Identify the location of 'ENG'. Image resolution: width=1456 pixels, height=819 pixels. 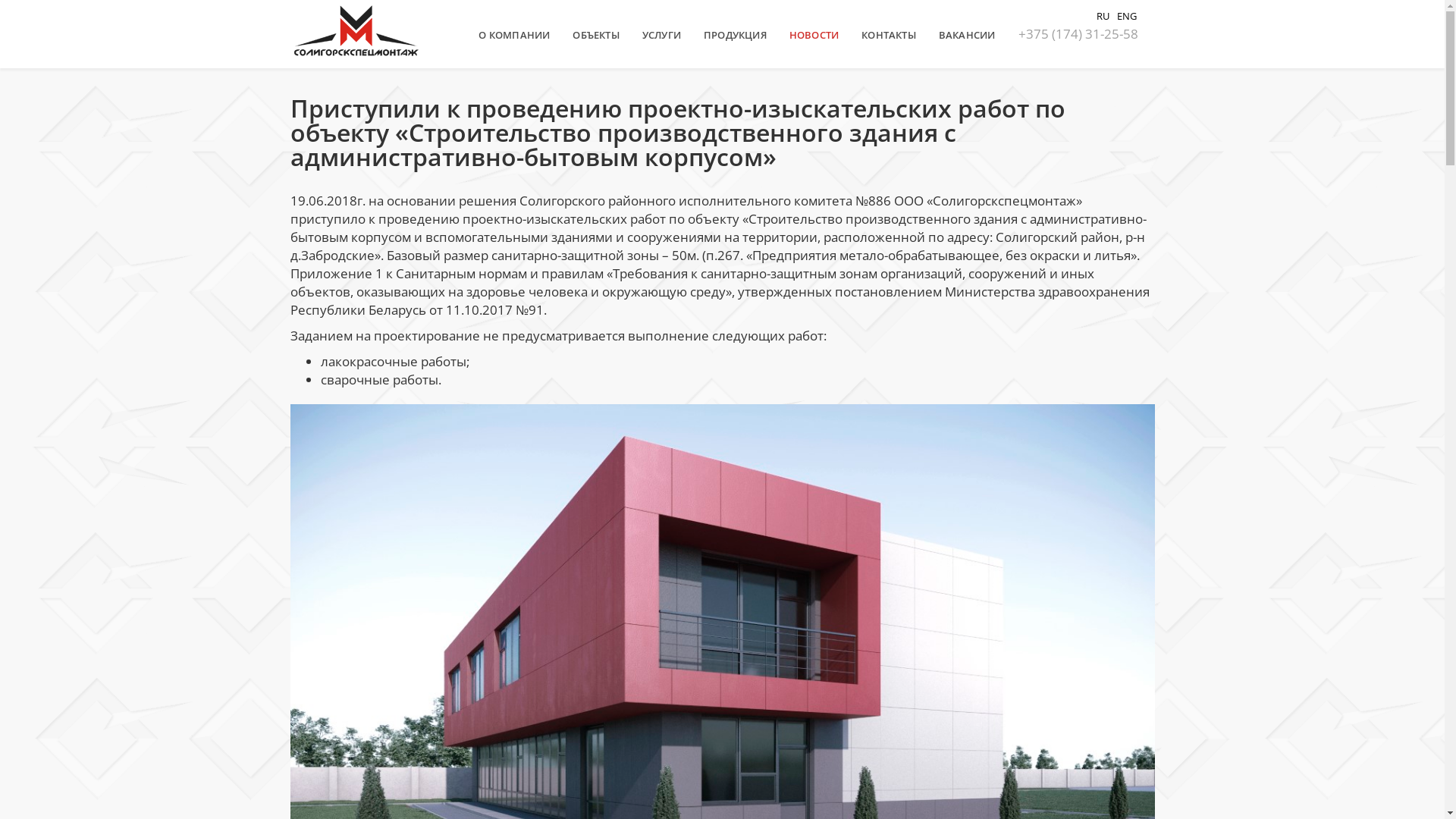
(1125, 15).